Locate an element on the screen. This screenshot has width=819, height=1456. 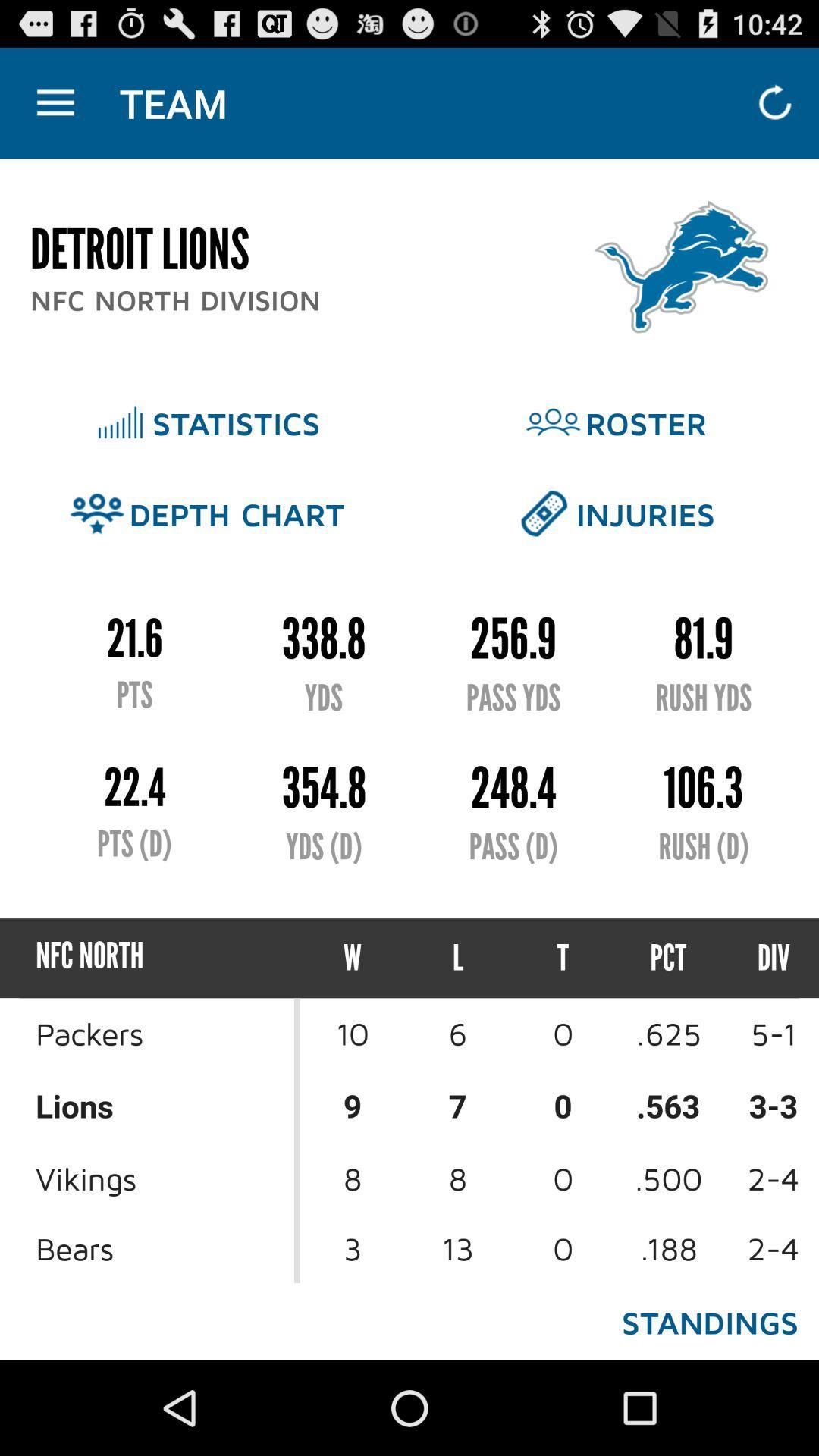
item to the left of pct item is located at coordinates (563, 957).